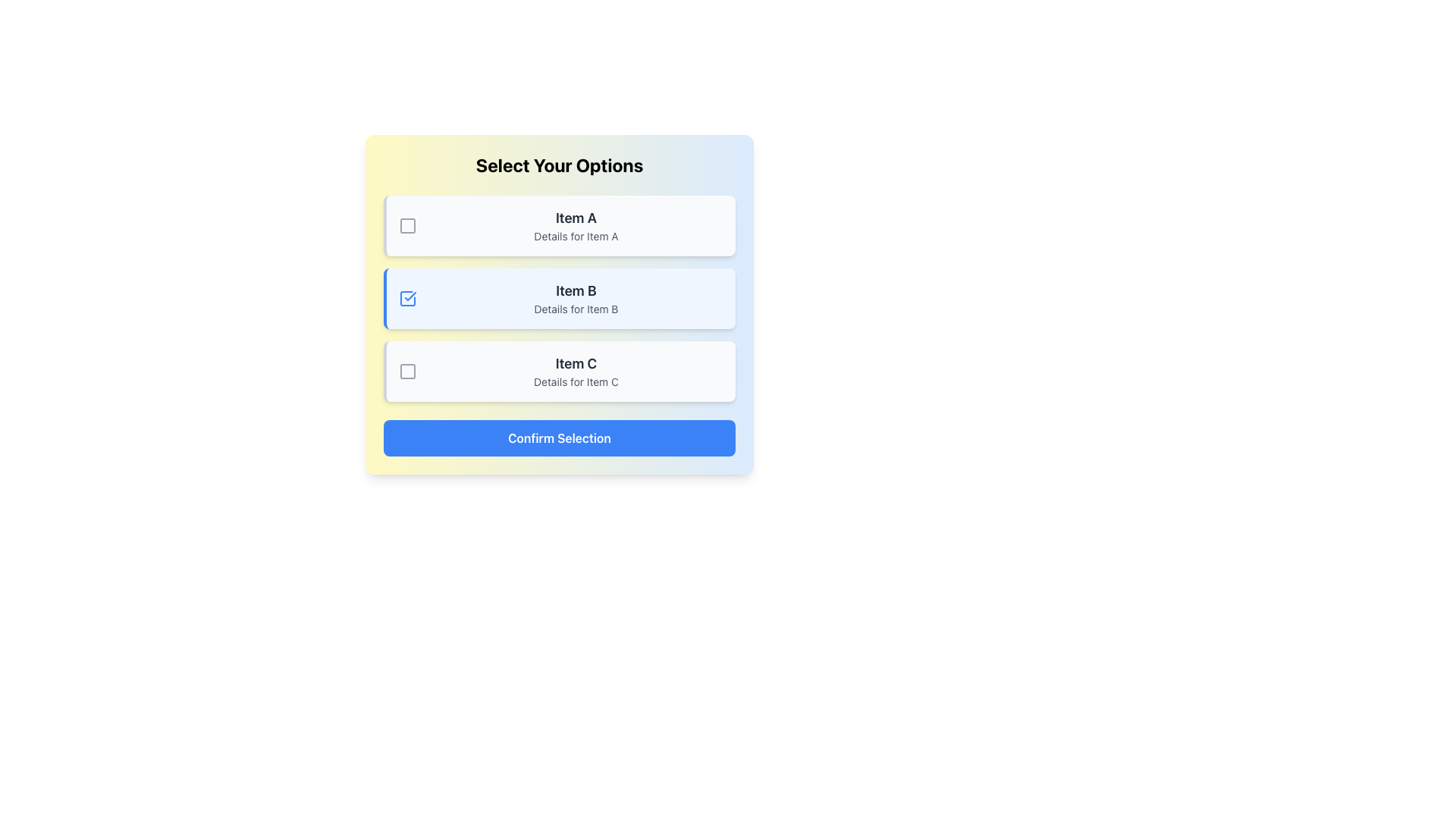  I want to click on the checkbox located at the top-left corner of the rectangle labeled 'Item A', so click(407, 225).